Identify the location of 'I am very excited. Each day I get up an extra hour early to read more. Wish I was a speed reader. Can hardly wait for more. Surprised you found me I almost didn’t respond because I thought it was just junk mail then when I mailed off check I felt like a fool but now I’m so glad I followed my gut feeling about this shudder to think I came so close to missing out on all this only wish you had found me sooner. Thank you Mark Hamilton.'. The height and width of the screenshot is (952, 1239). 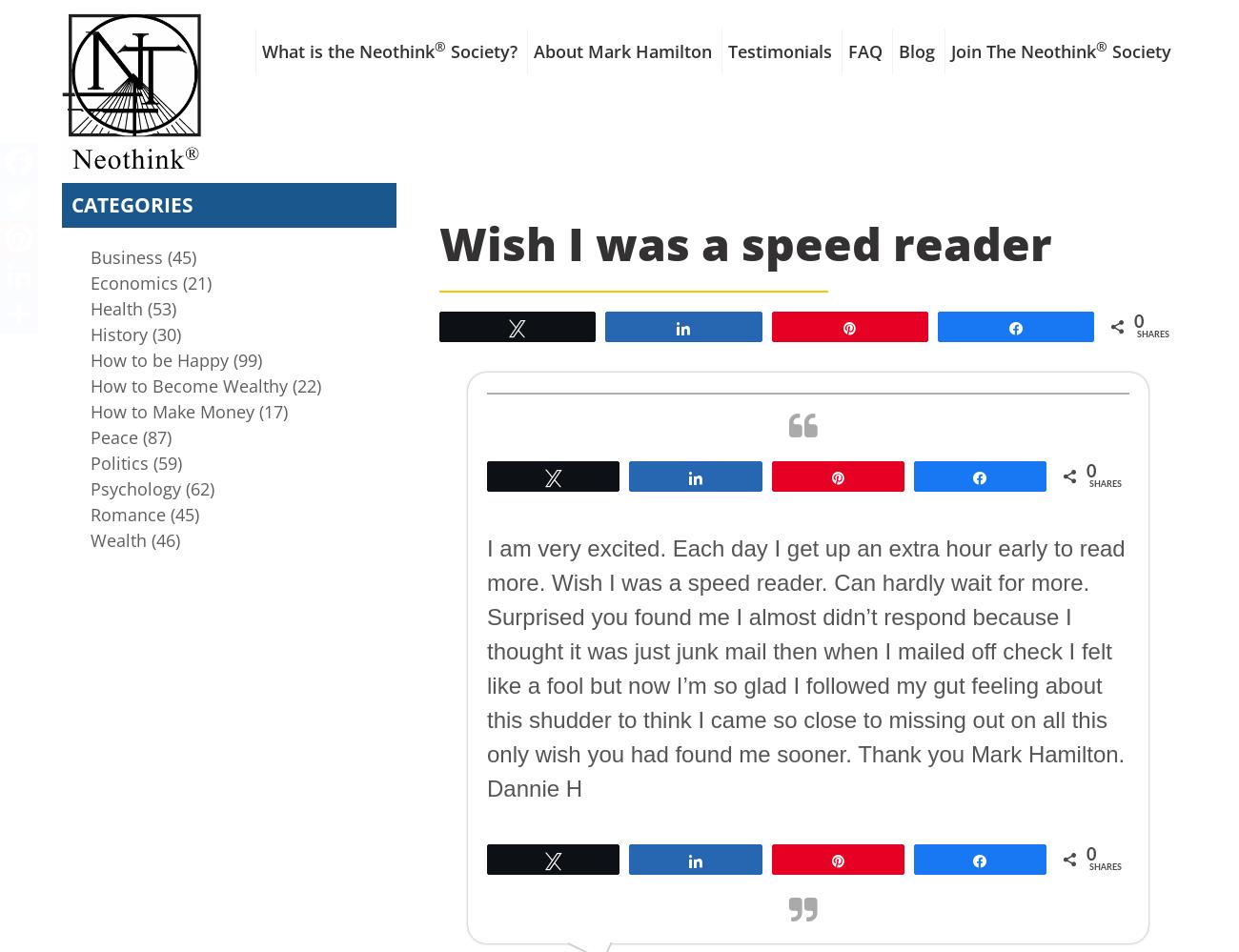
(805, 651).